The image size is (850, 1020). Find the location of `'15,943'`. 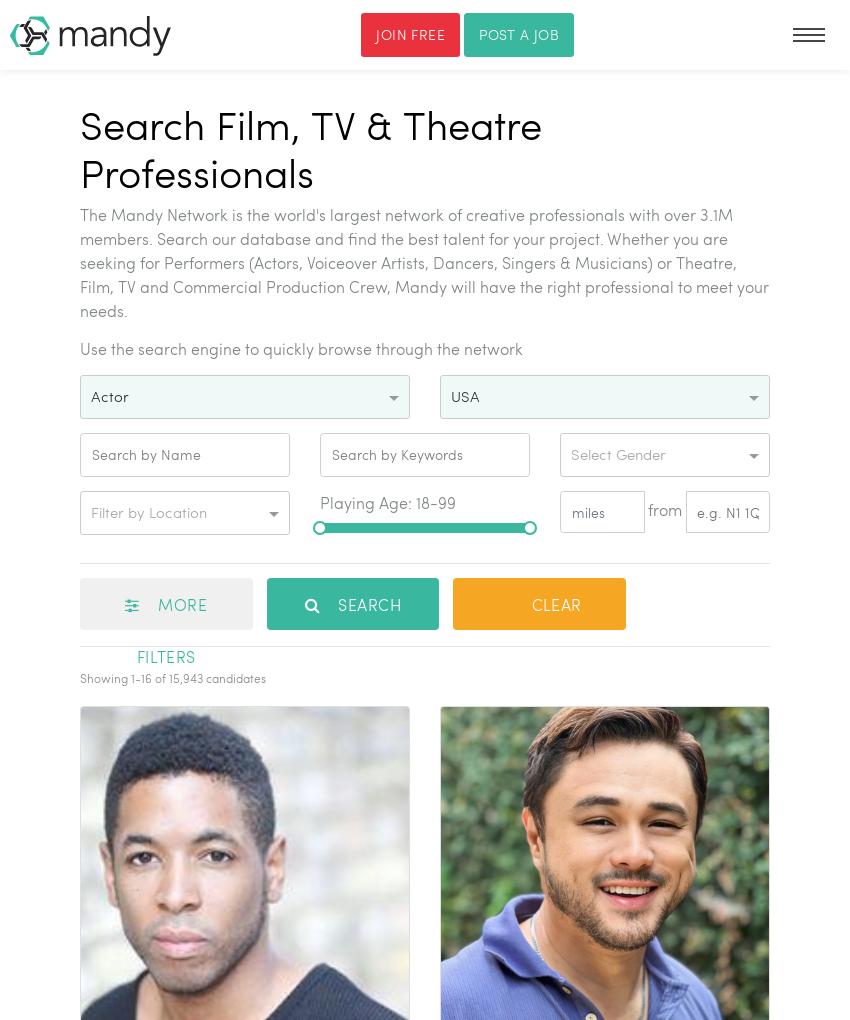

'15,943' is located at coordinates (184, 676).